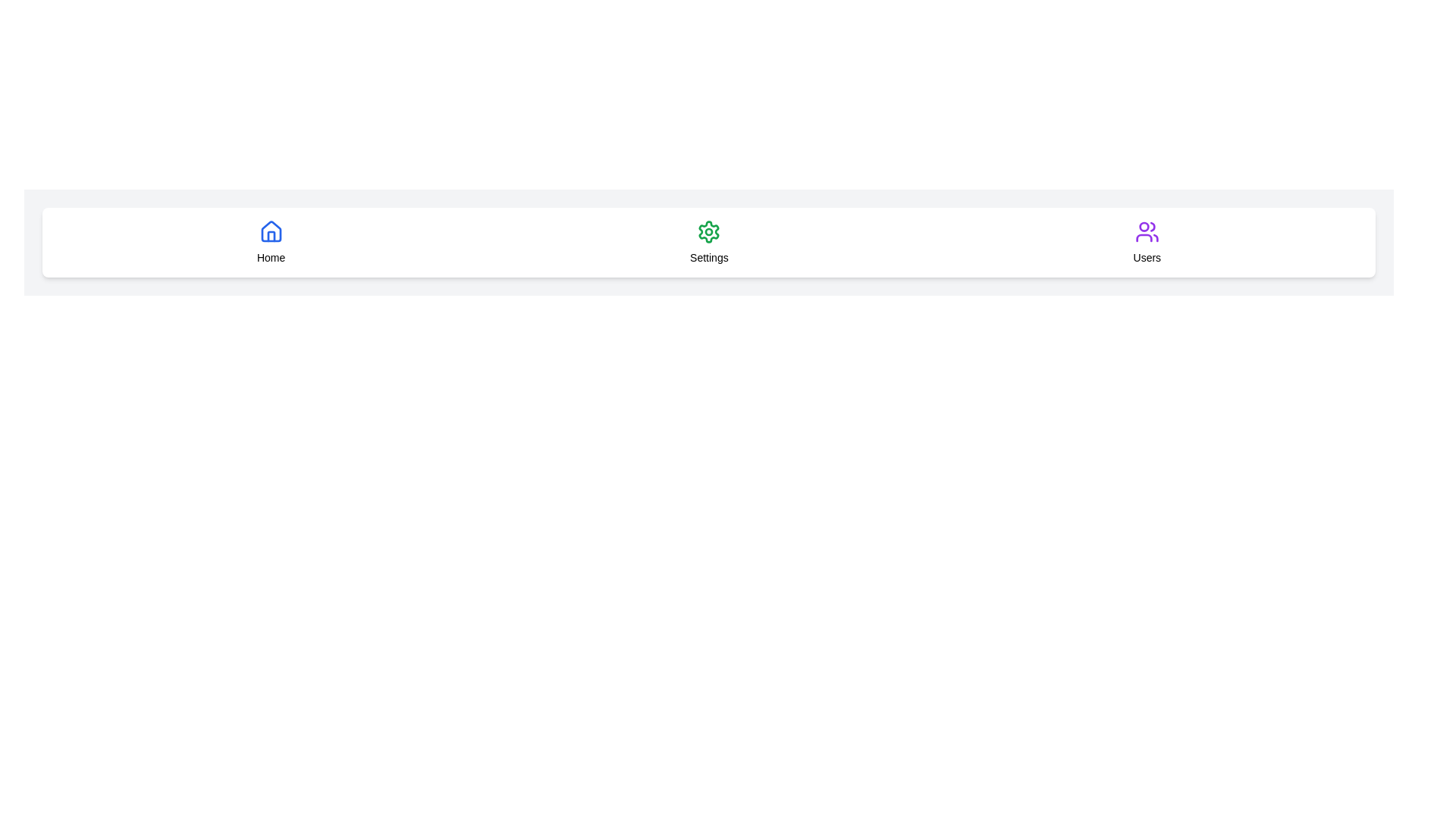 Image resolution: width=1456 pixels, height=819 pixels. I want to click on the 'Home' label, which is centrally located in the navigation bar directly underneath a blue house icon, so click(271, 256).